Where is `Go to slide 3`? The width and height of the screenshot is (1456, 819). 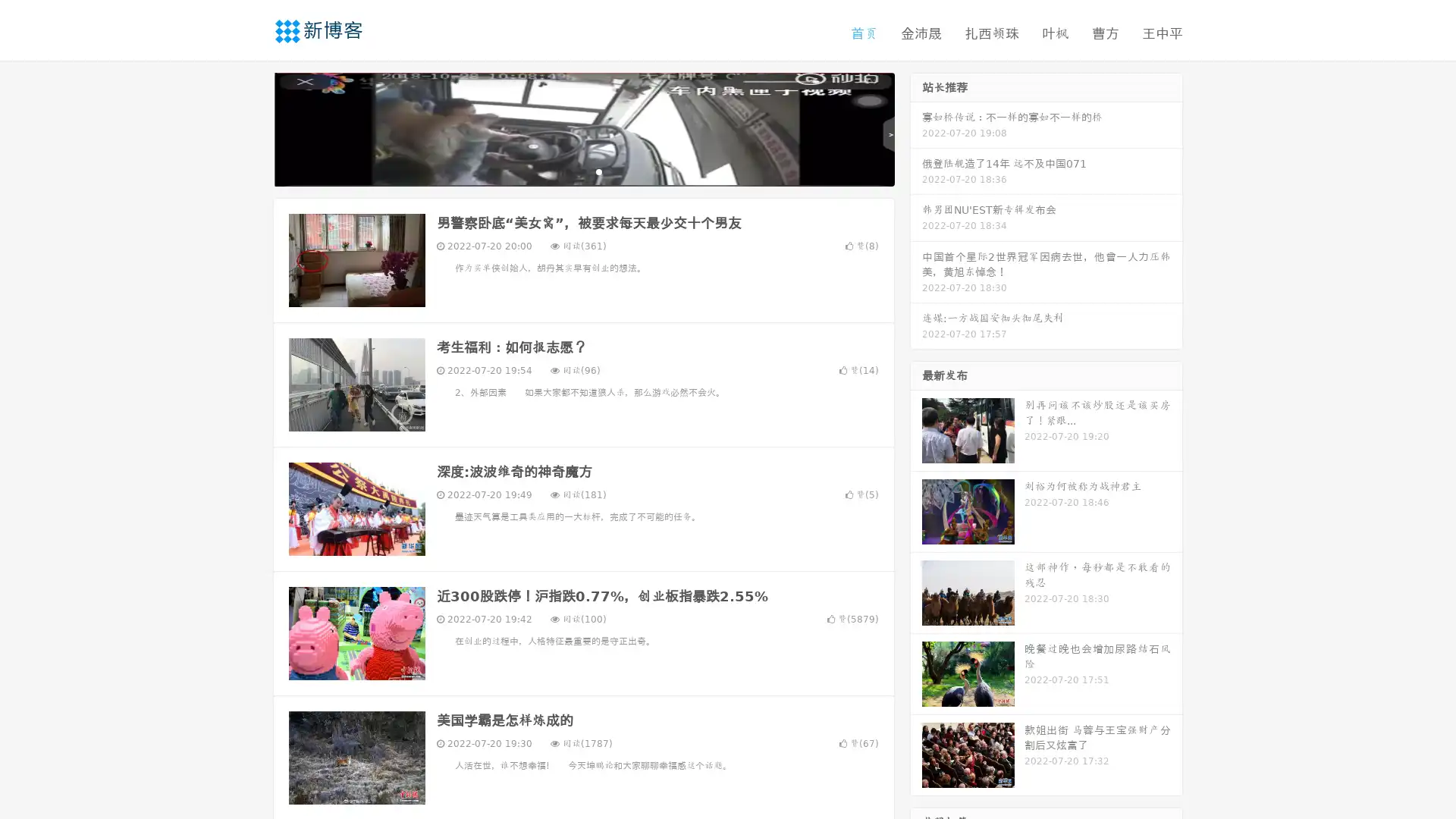 Go to slide 3 is located at coordinates (598, 171).